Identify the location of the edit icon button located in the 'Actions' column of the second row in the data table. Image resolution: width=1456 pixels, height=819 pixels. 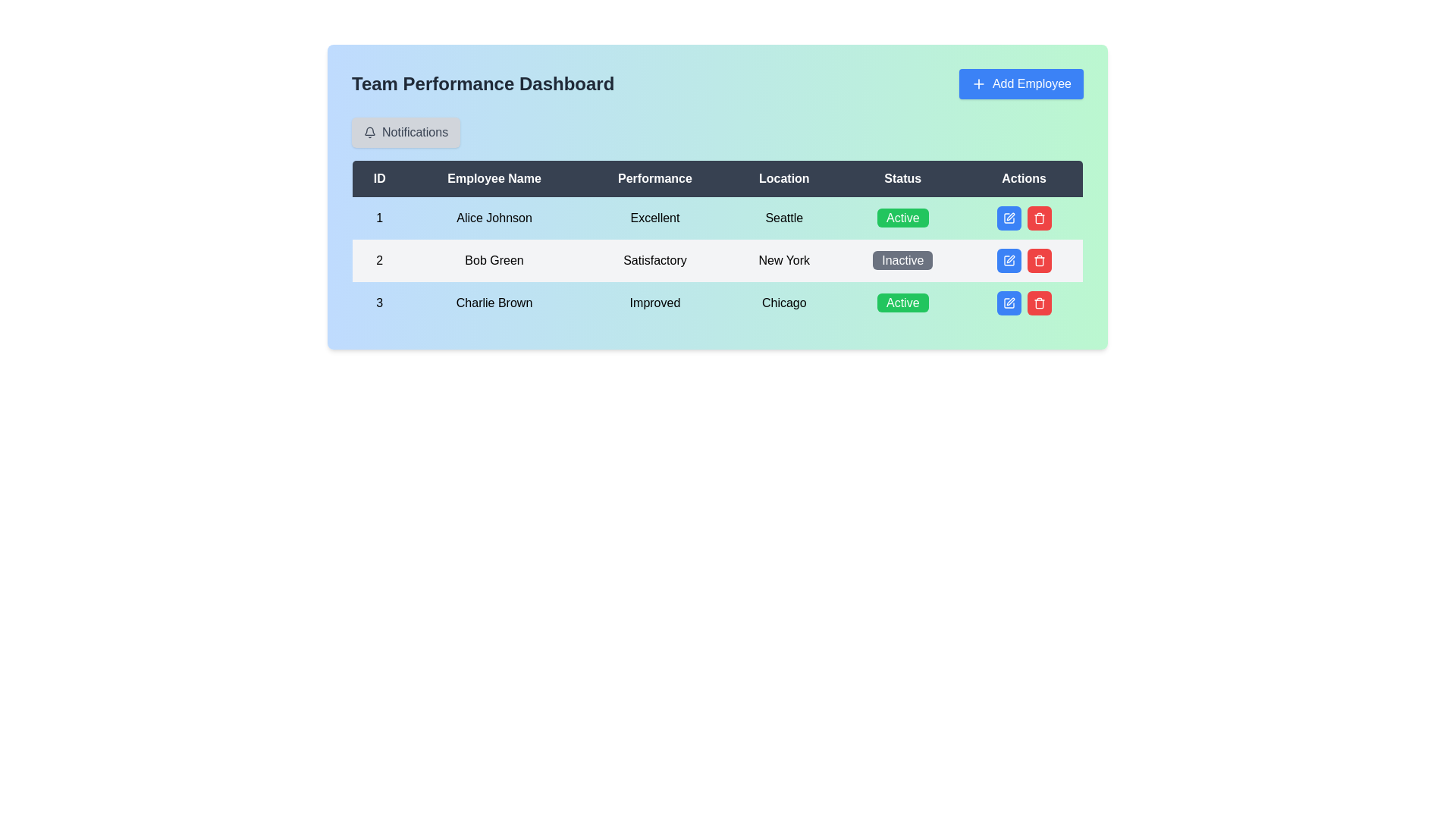
(1009, 301).